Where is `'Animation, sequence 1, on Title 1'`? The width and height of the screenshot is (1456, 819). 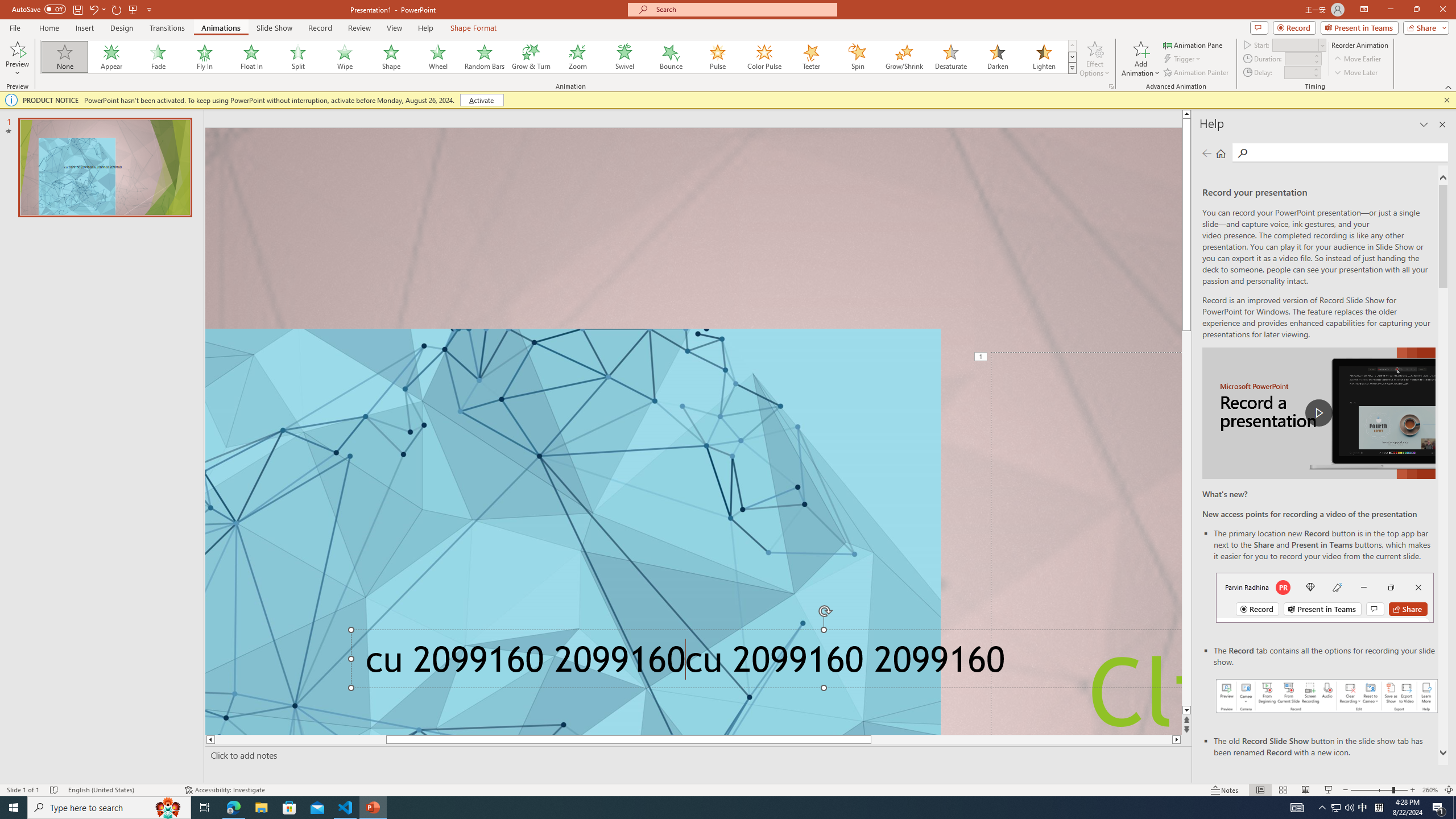 'Animation, sequence 1, on Title 1' is located at coordinates (981, 357).